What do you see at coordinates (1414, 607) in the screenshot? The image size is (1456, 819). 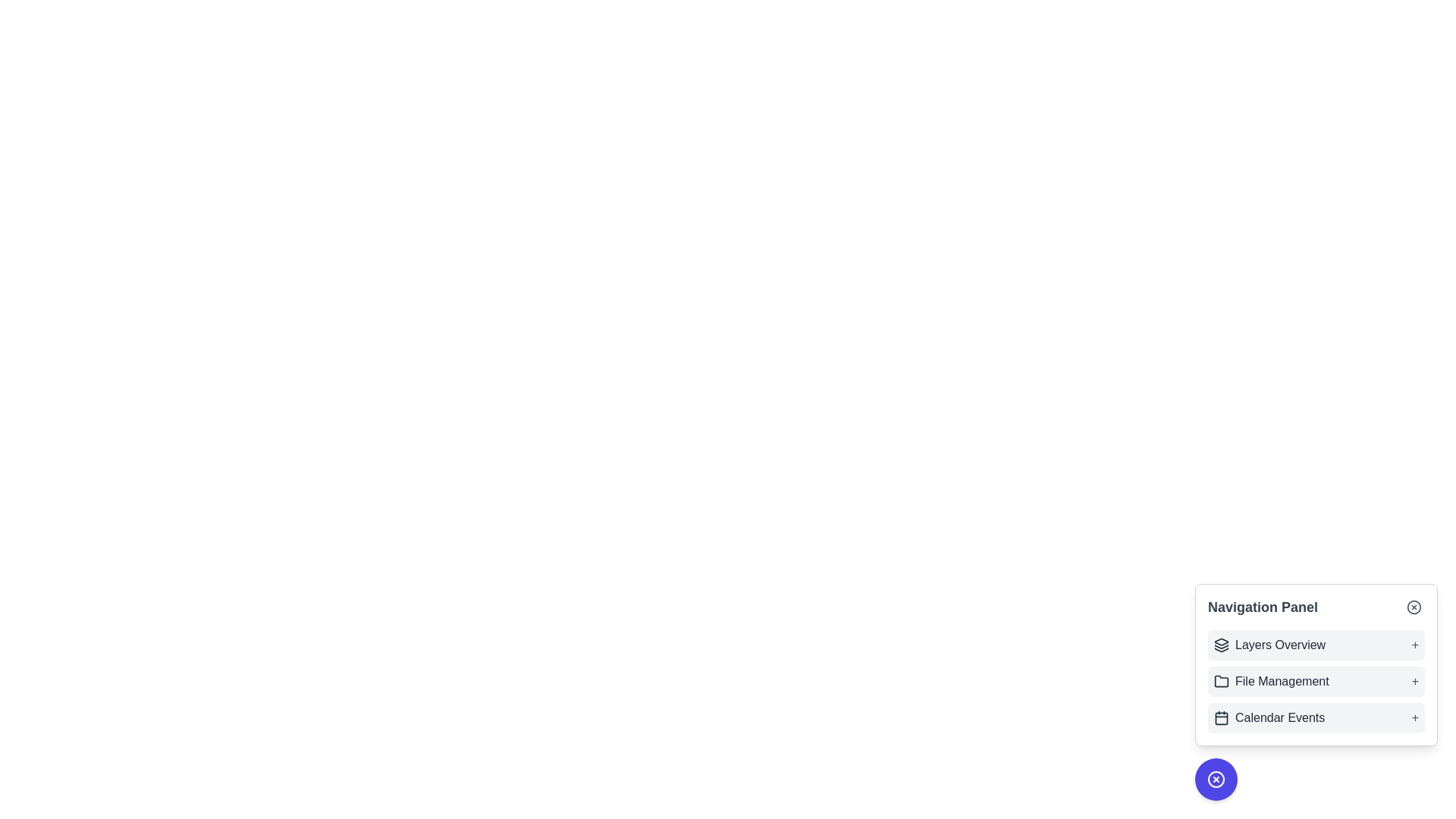 I see `the close icon button located at the far right of the header section of the 'Navigation Panel'` at bounding box center [1414, 607].